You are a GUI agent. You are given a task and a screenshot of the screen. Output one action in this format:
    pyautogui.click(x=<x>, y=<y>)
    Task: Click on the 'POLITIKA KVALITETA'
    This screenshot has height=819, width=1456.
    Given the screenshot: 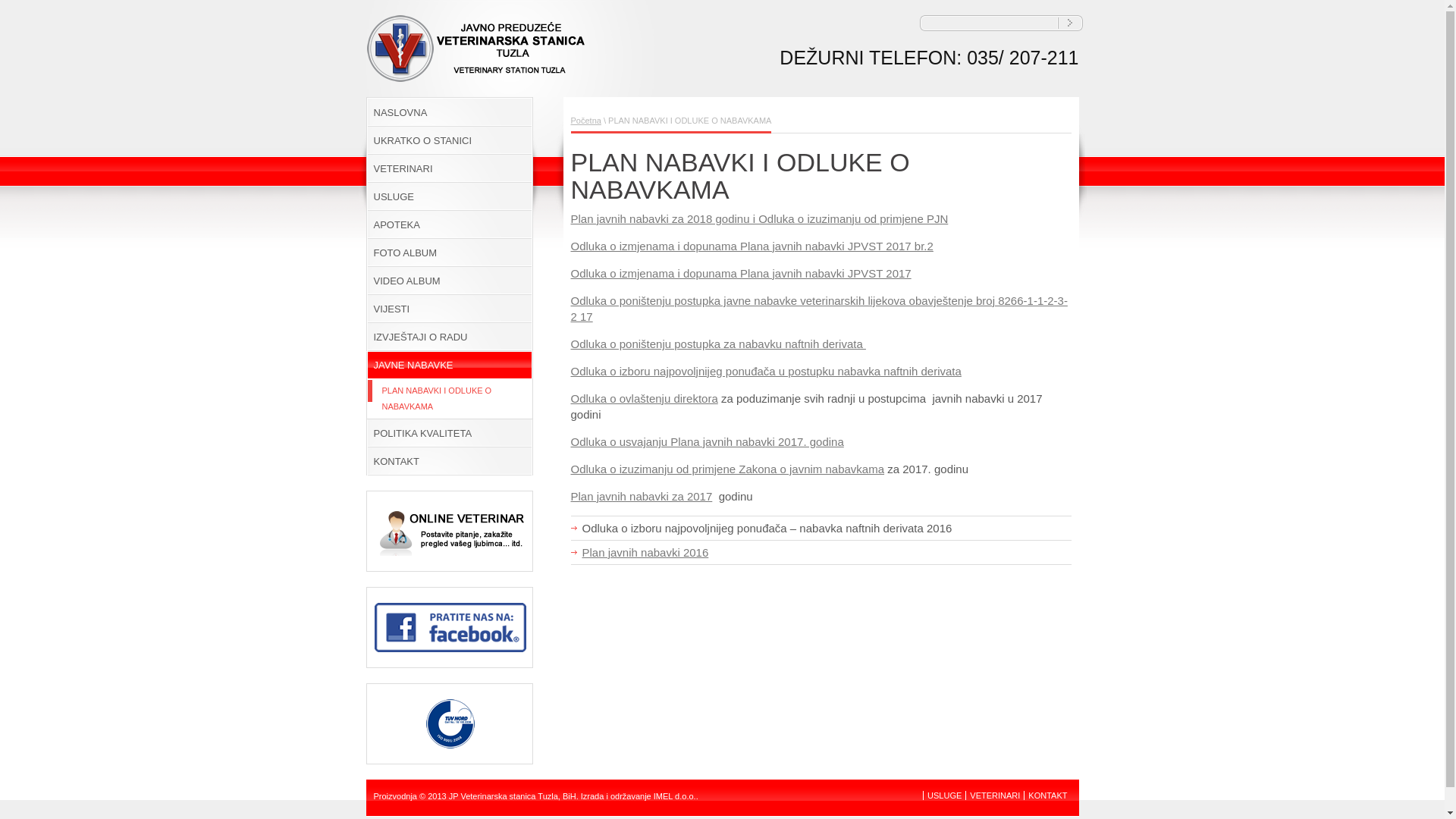 What is the action you would take?
    pyautogui.click(x=447, y=433)
    